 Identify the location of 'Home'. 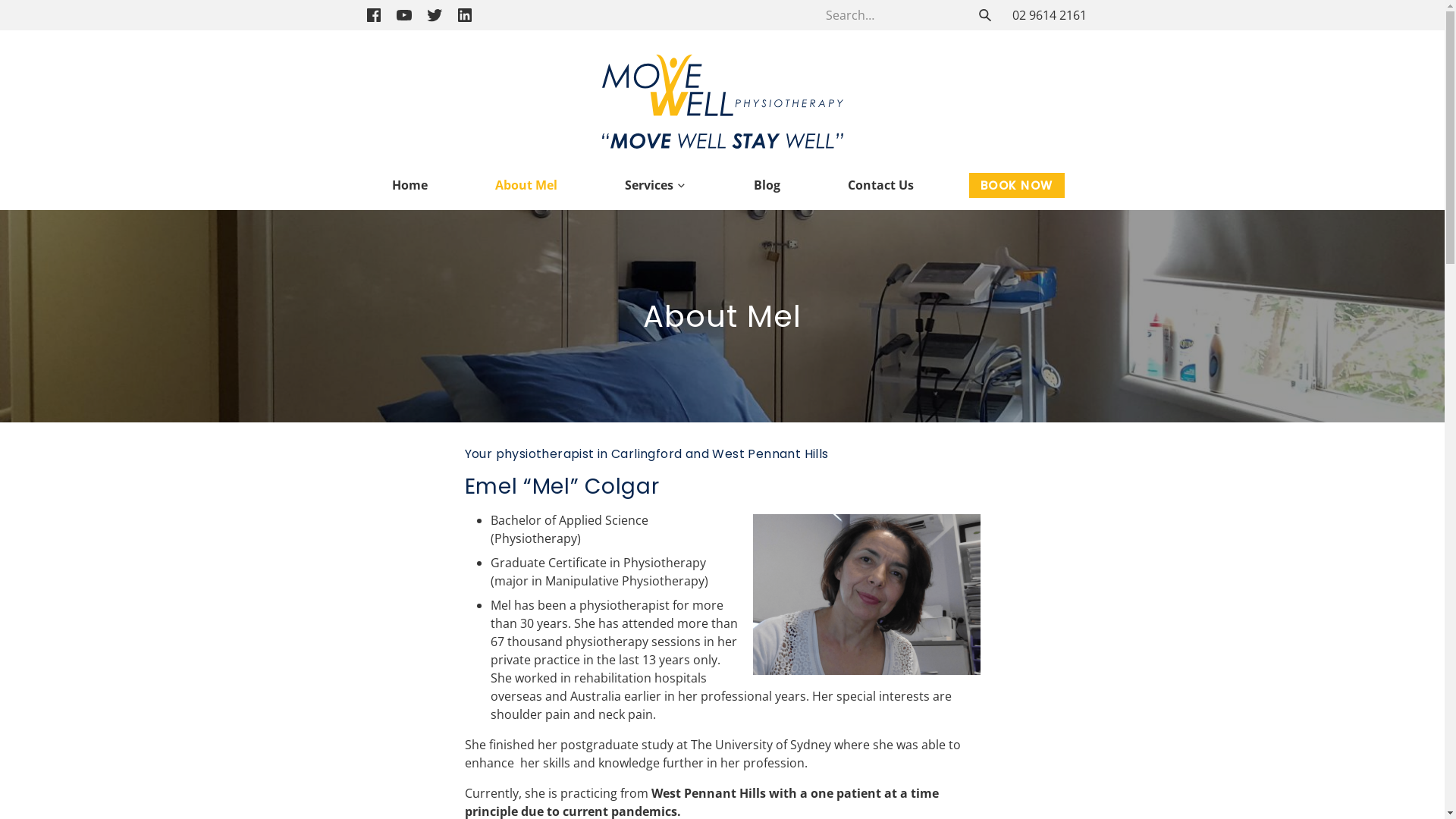
(379, 184).